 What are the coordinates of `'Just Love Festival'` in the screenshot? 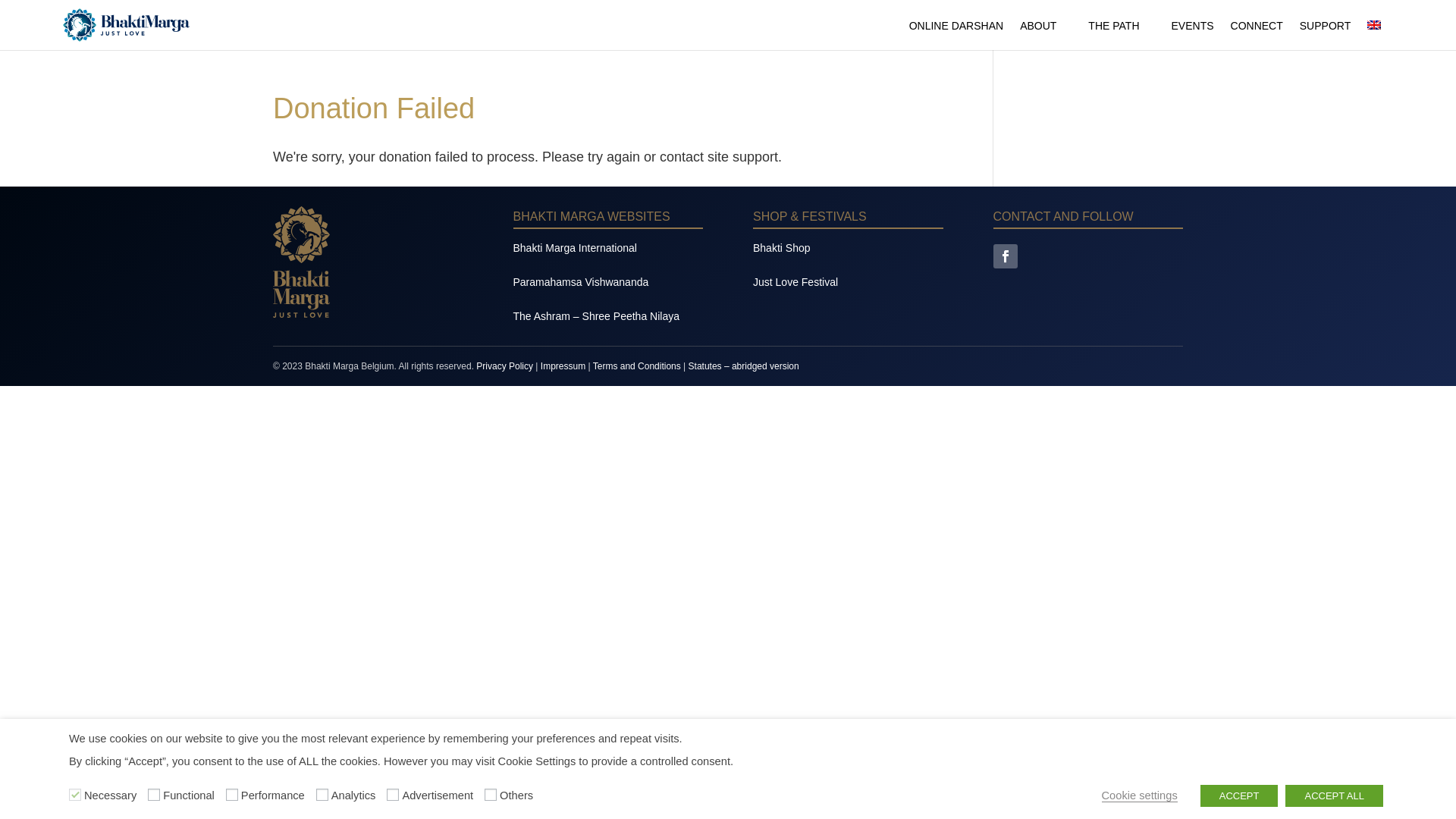 It's located at (795, 281).